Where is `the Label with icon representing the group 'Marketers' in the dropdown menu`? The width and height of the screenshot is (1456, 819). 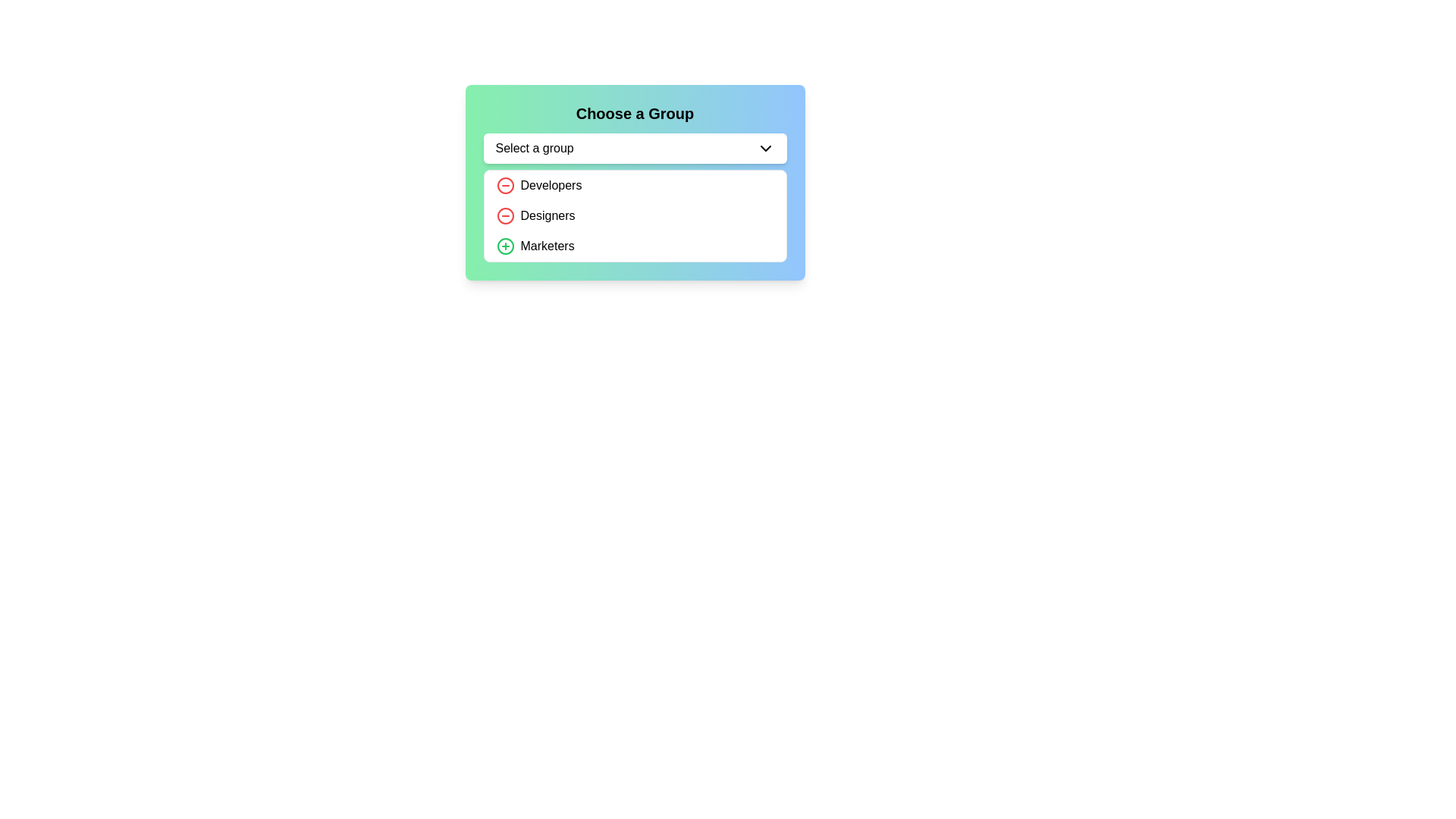
the Label with icon representing the group 'Marketers' in the dropdown menu is located at coordinates (535, 245).